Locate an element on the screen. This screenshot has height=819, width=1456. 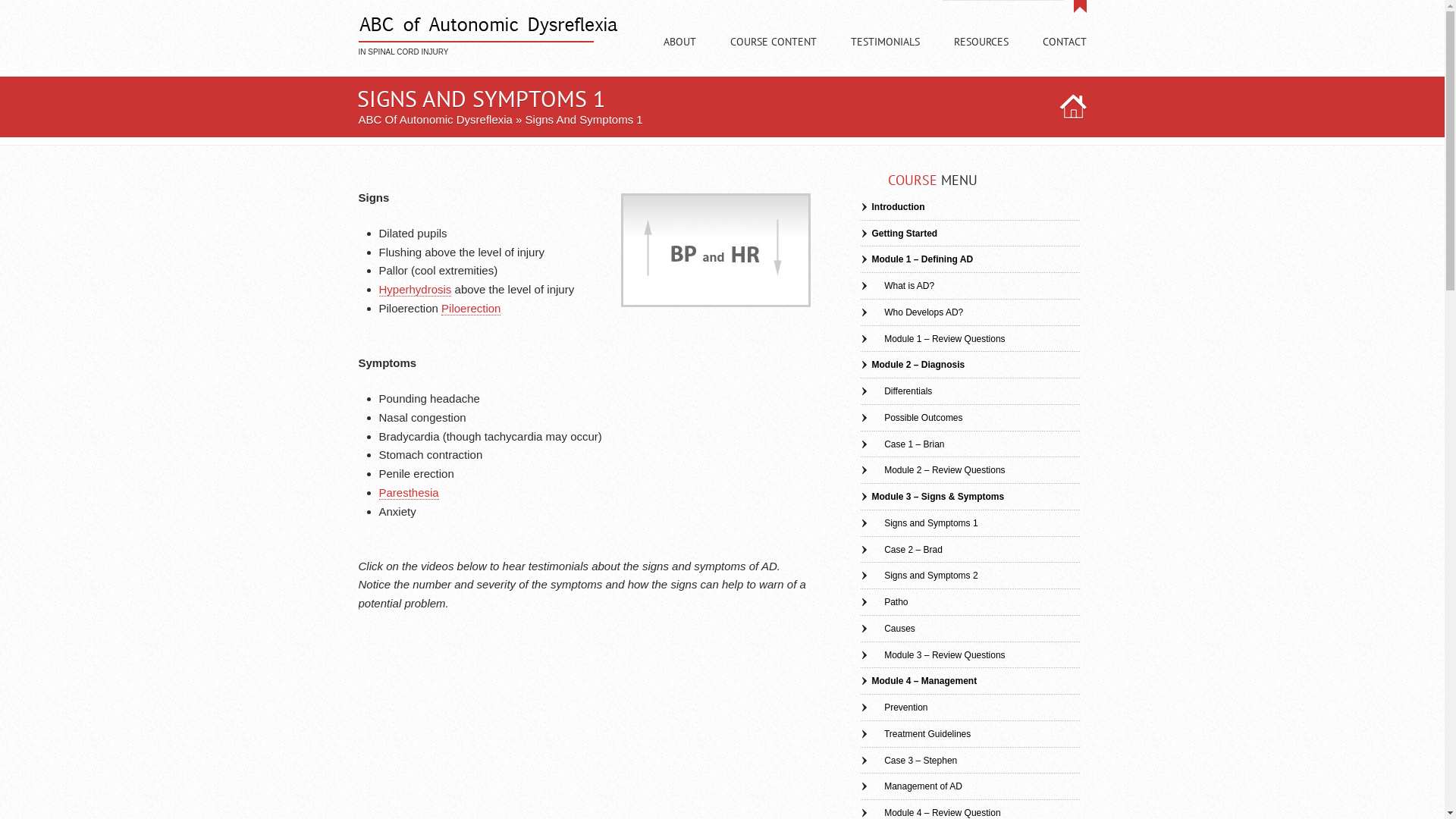
'     Signs and Symptoms 1' is located at coordinates (918, 522).